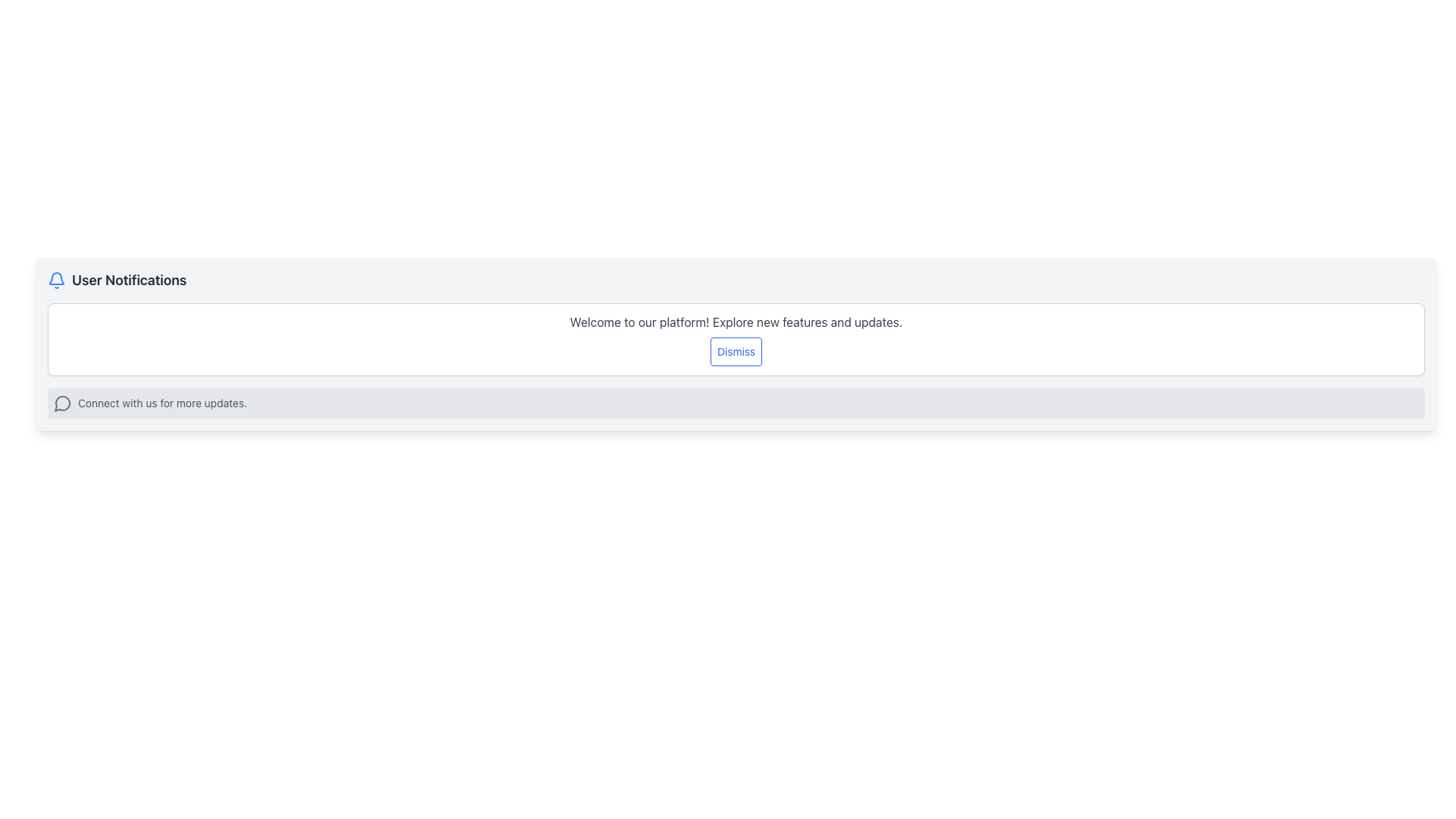 Image resolution: width=1456 pixels, height=819 pixels. I want to click on the blue bell icon located to the left of the 'User Notifications' text, so click(57, 281).